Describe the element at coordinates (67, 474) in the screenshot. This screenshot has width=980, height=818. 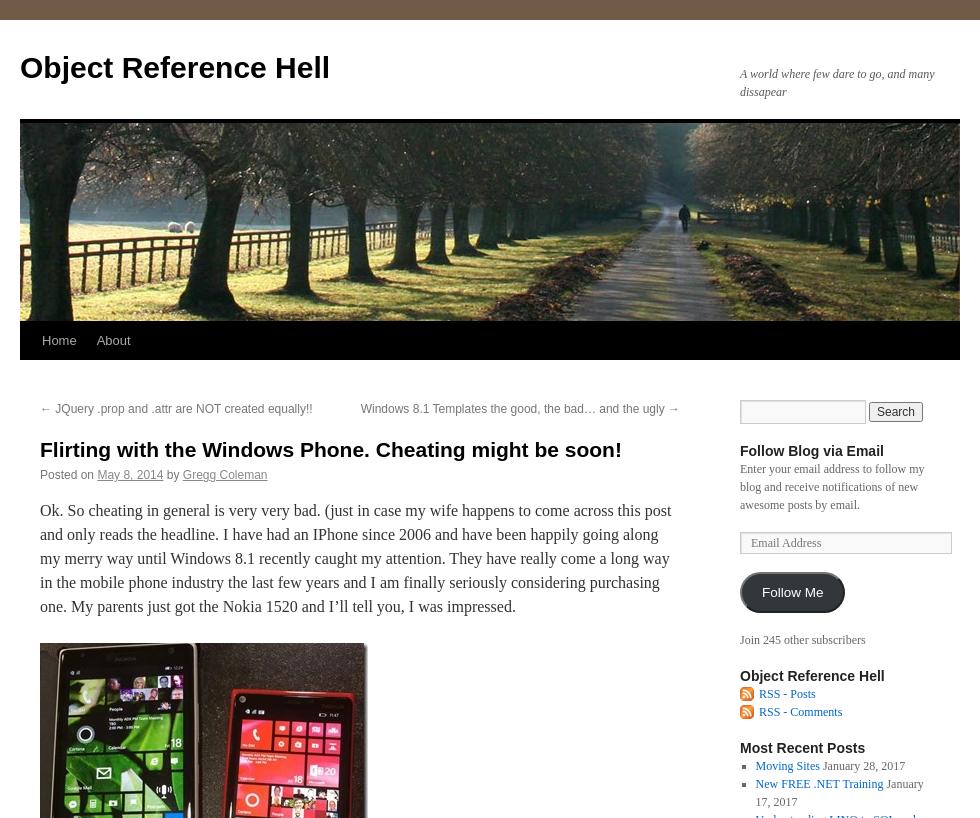
I see `'Posted on'` at that location.